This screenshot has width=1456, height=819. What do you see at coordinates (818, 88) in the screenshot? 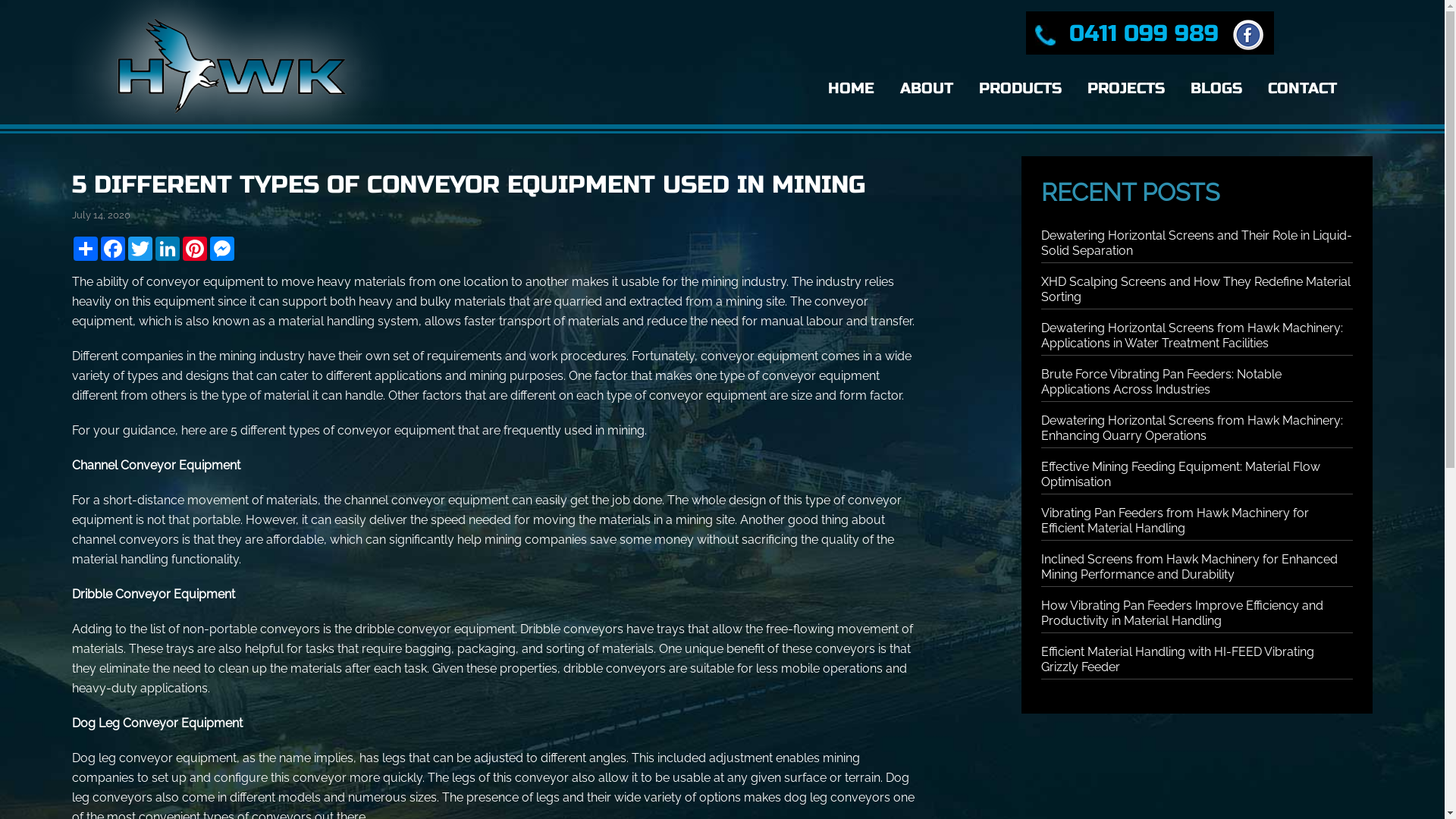
I see `'HOME'` at bounding box center [818, 88].